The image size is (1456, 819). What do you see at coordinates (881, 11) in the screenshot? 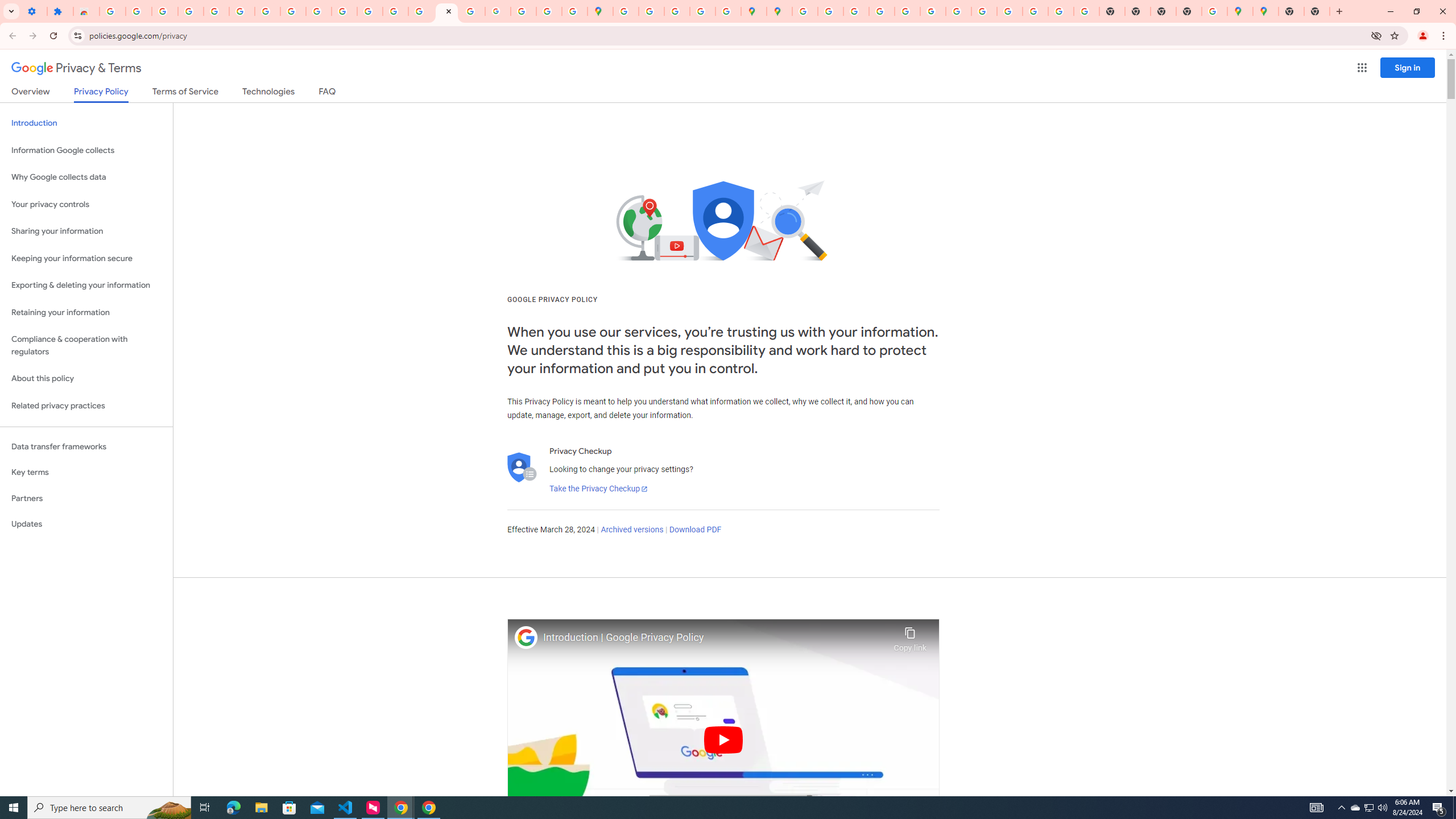
I see `'Privacy Help Center - Policies Help'` at bounding box center [881, 11].